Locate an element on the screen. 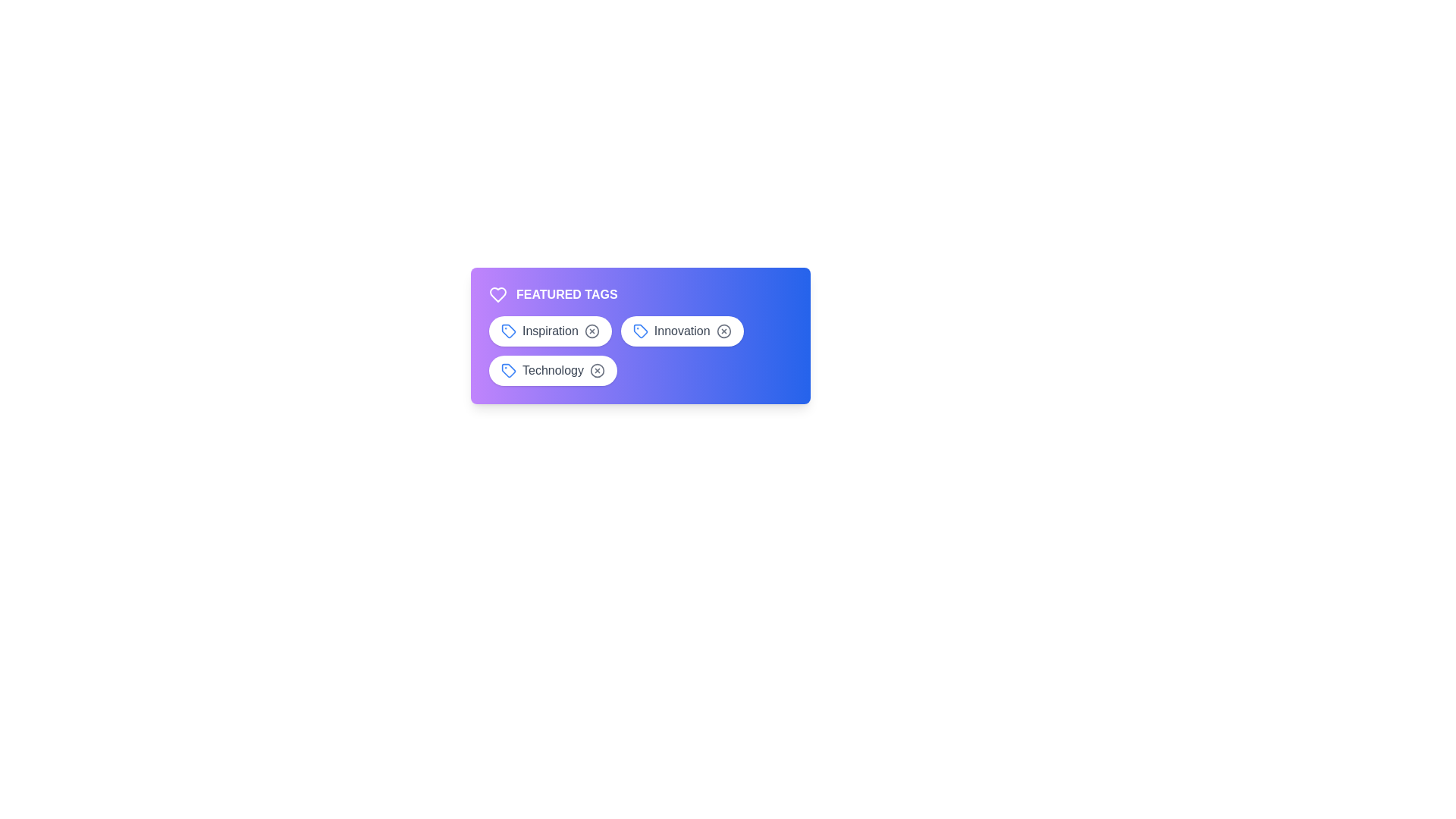 The height and width of the screenshot is (819, 1456). the 'Innovation' text label, which is the second tag in the 'FEATURED TAGS' section, used for filtering or organizing content related to innovation is located at coordinates (681, 330).